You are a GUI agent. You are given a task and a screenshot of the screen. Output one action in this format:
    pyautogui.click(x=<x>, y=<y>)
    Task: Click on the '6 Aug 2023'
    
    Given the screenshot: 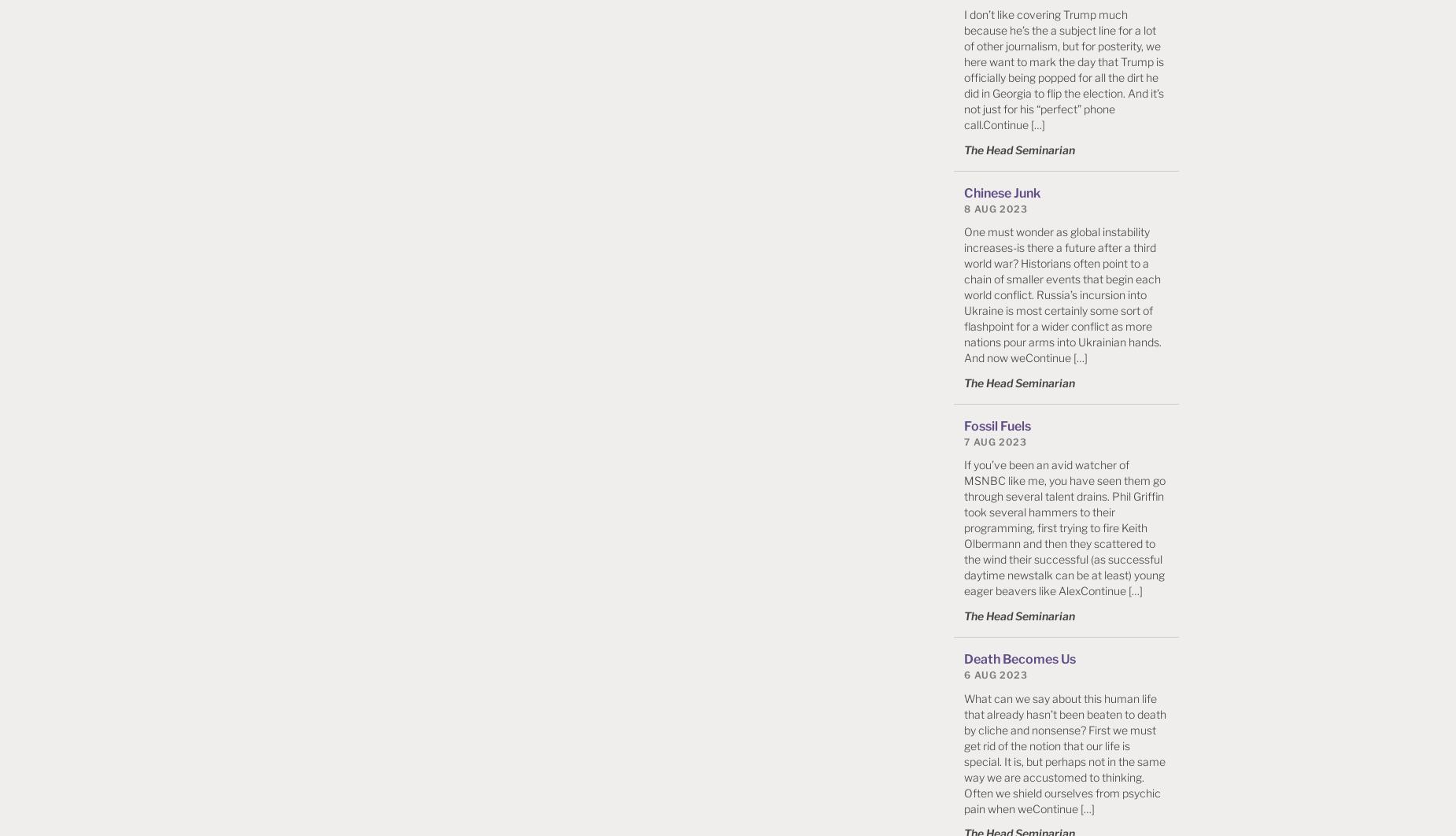 What is the action you would take?
    pyautogui.click(x=995, y=673)
    